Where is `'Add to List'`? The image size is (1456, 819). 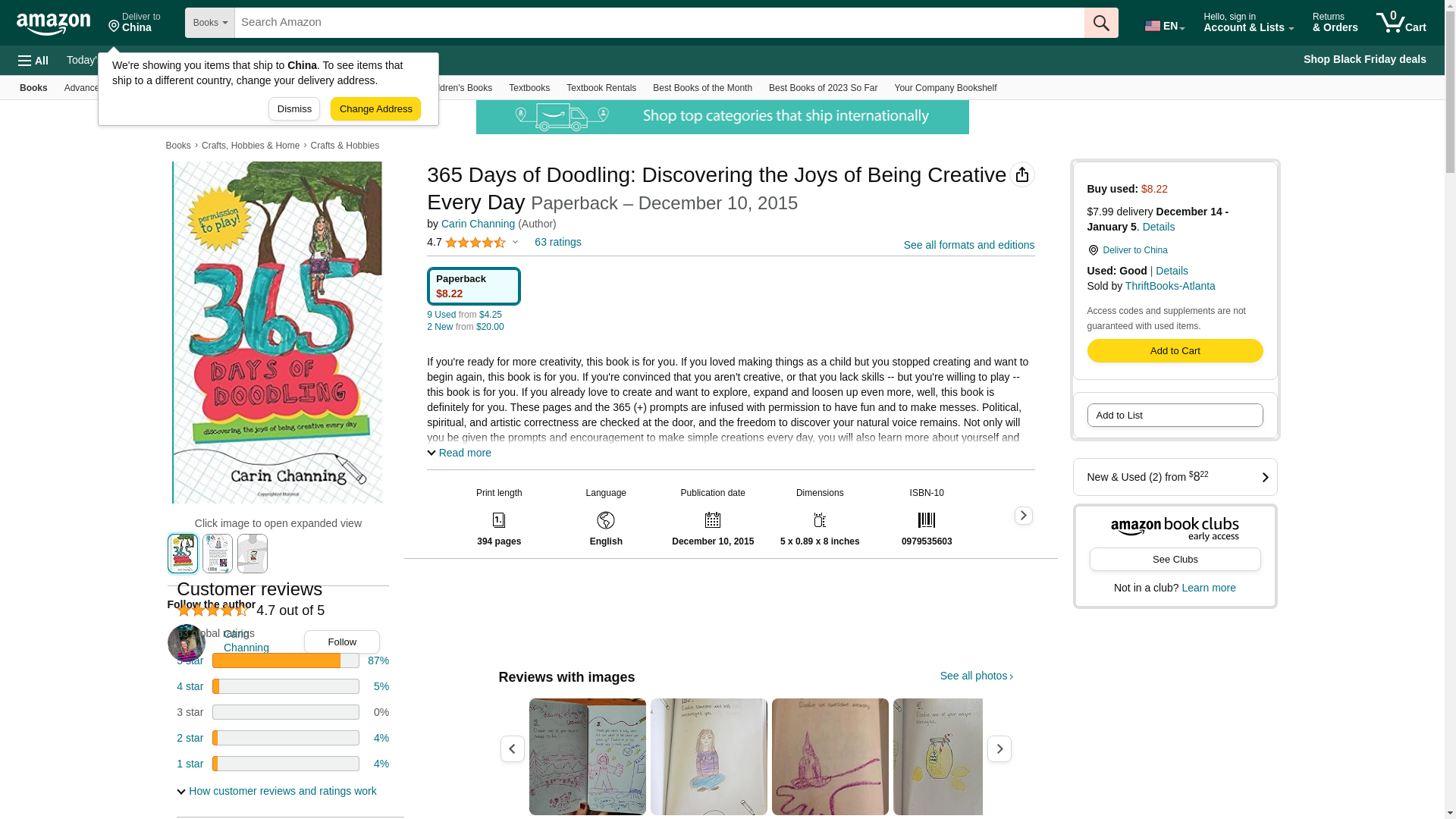
'Add to List' is located at coordinates (1174, 415).